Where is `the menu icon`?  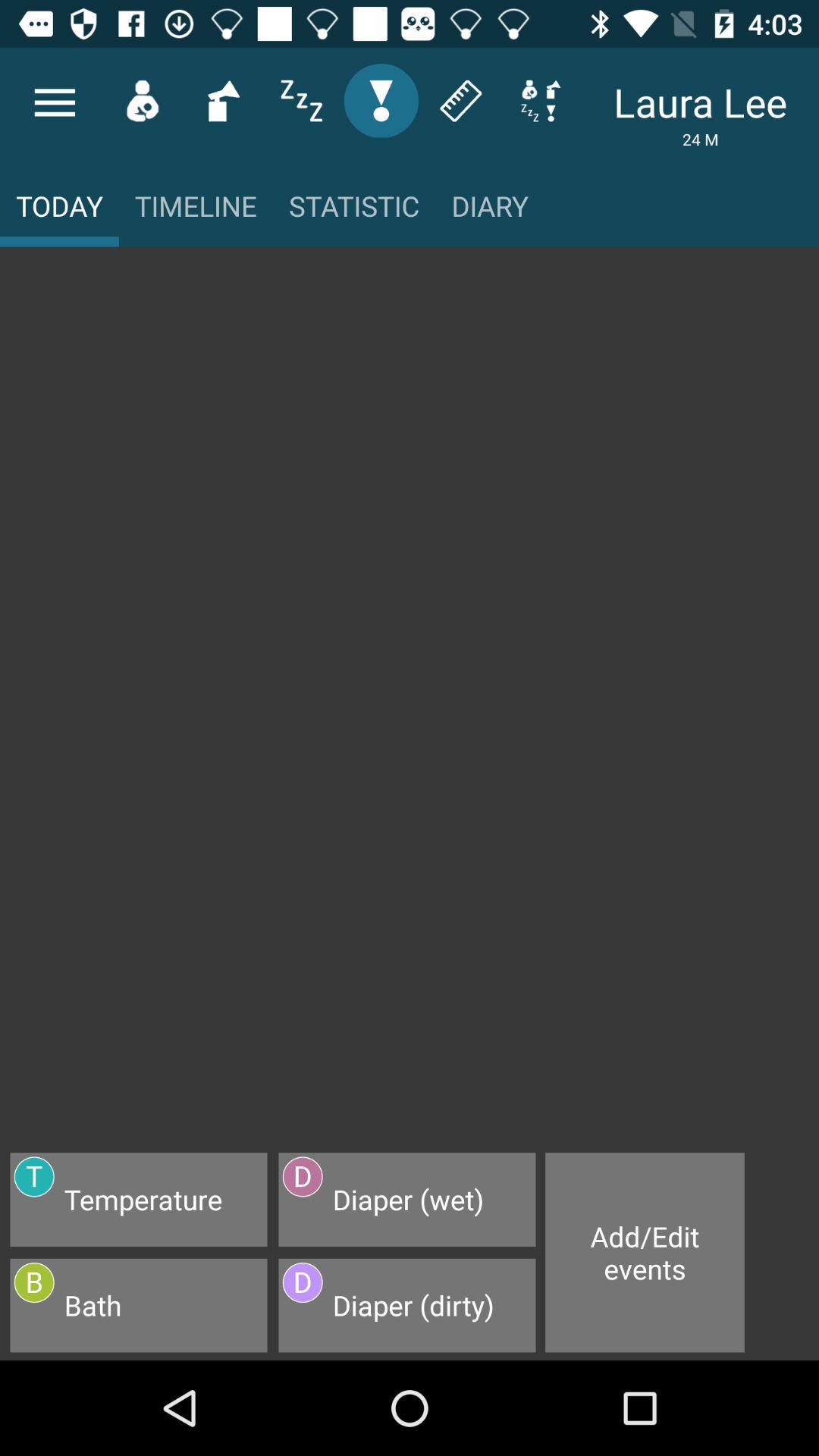 the menu icon is located at coordinates (54, 102).